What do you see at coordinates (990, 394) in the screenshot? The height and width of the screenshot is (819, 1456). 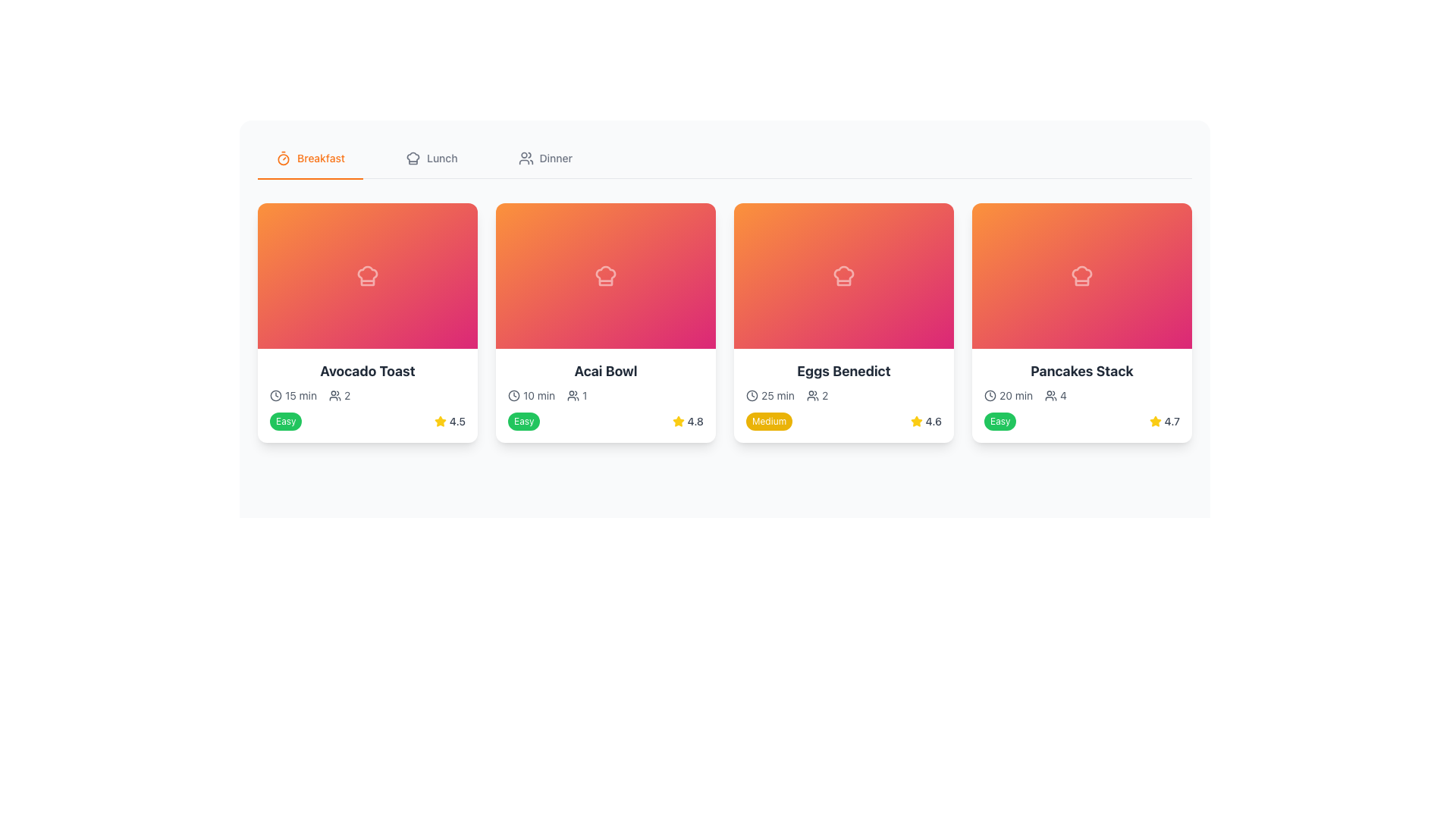 I see `the static representation of the clock icon located at the top of the 'Pancakes Stack' recipe card, just before the '20 min' text` at bounding box center [990, 394].